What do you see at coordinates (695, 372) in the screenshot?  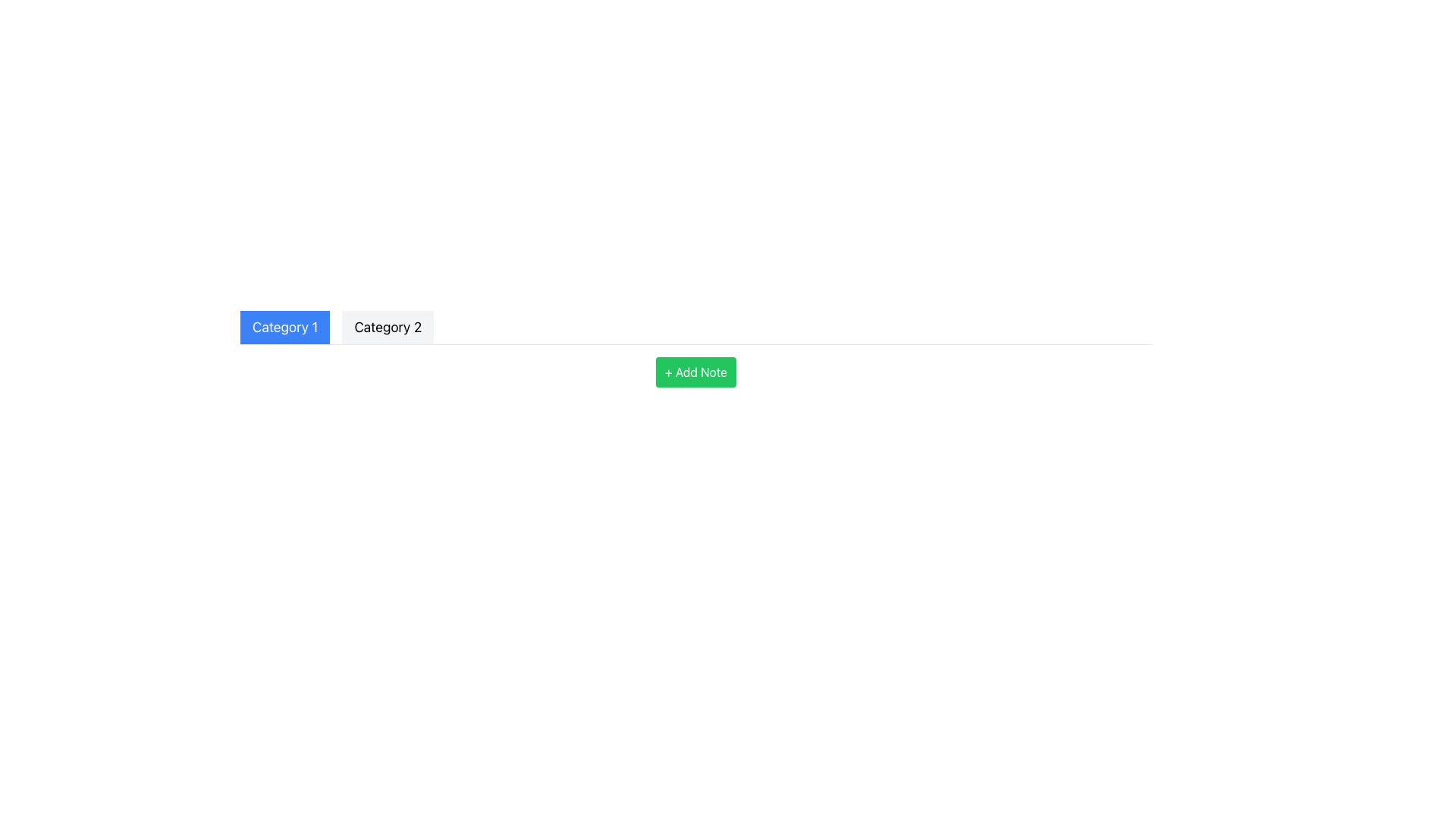 I see `the green button with rounded edges labeled '+ Add Note' to observe the style change` at bounding box center [695, 372].